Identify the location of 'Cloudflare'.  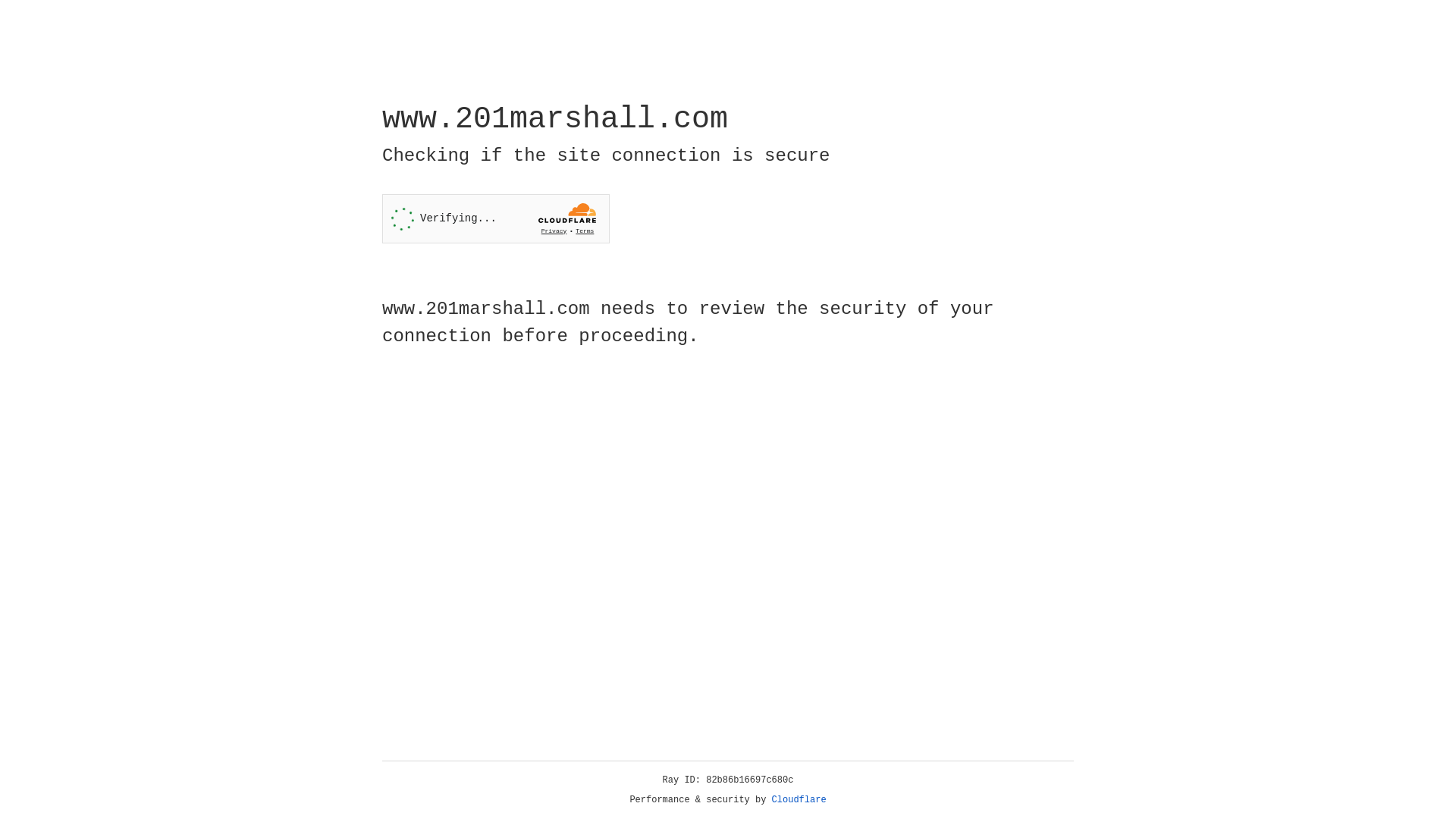
(799, 799).